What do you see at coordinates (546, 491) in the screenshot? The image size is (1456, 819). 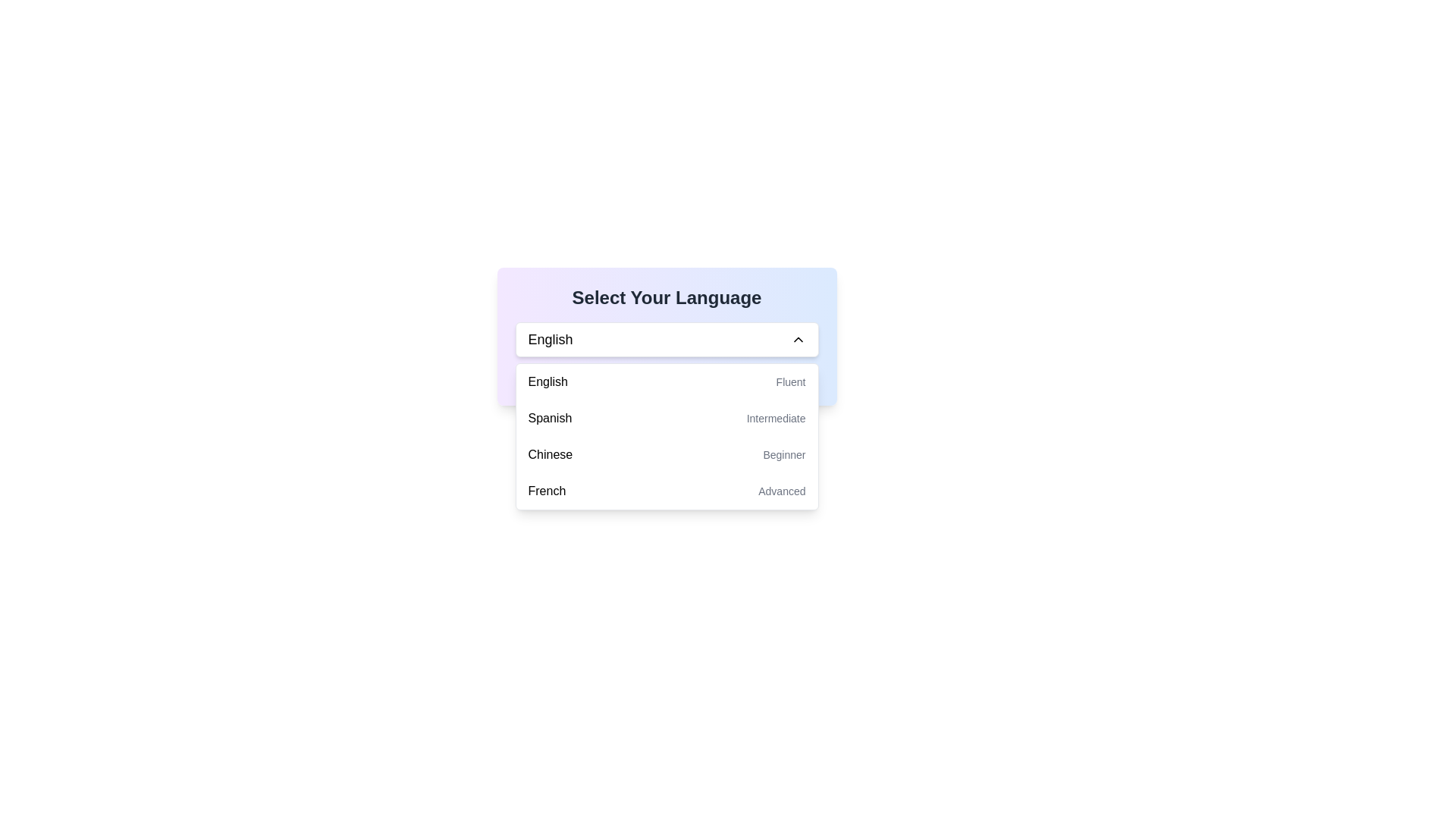 I see `the text label displaying the word 'French', which is styled plainly with black text on a white background, located near the bottom of the dropdown list under the language selection section, before the word 'Advanced'` at bounding box center [546, 491].